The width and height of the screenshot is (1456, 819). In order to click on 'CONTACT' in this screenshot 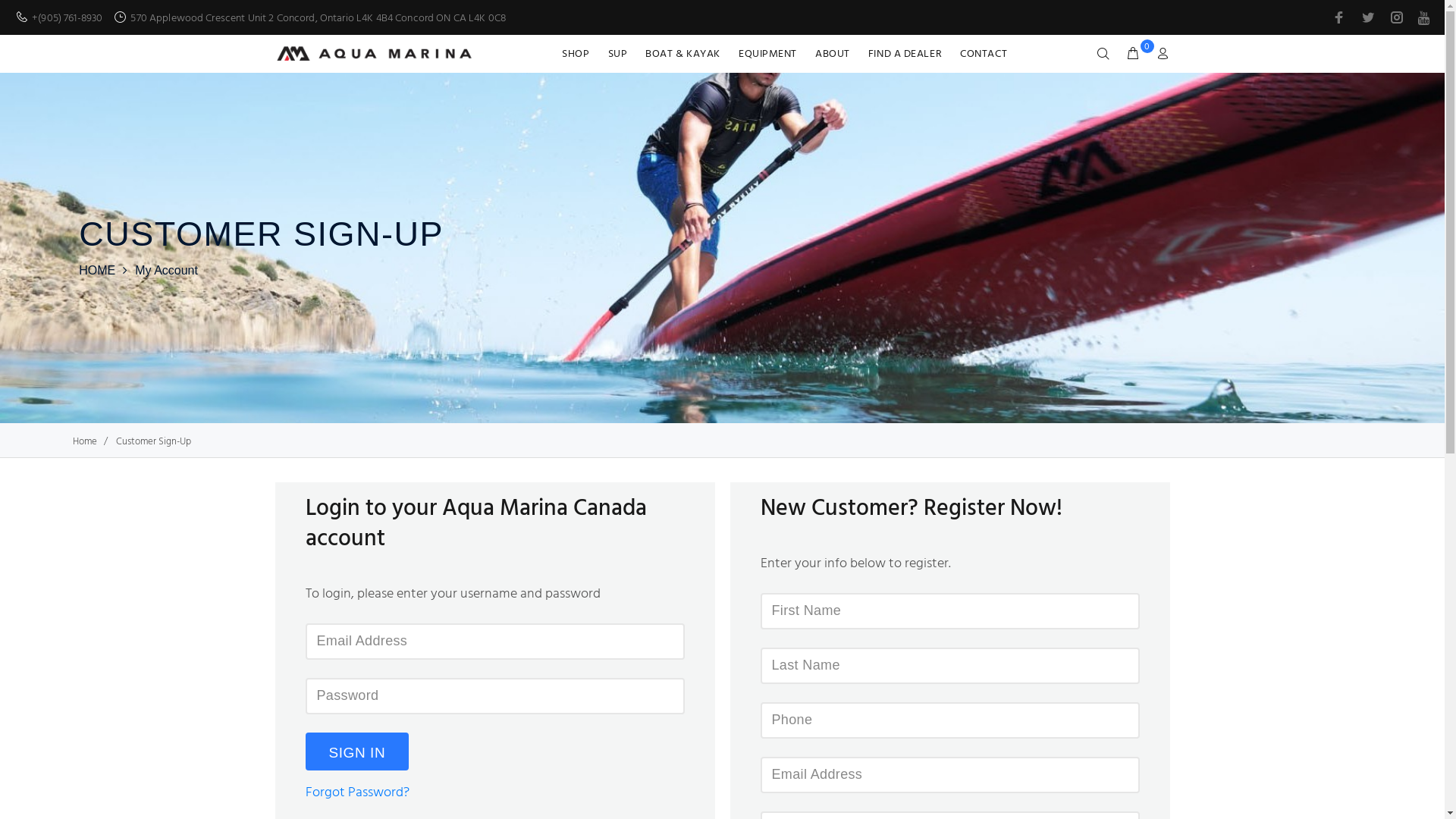, I will do `click(949, 52)`.